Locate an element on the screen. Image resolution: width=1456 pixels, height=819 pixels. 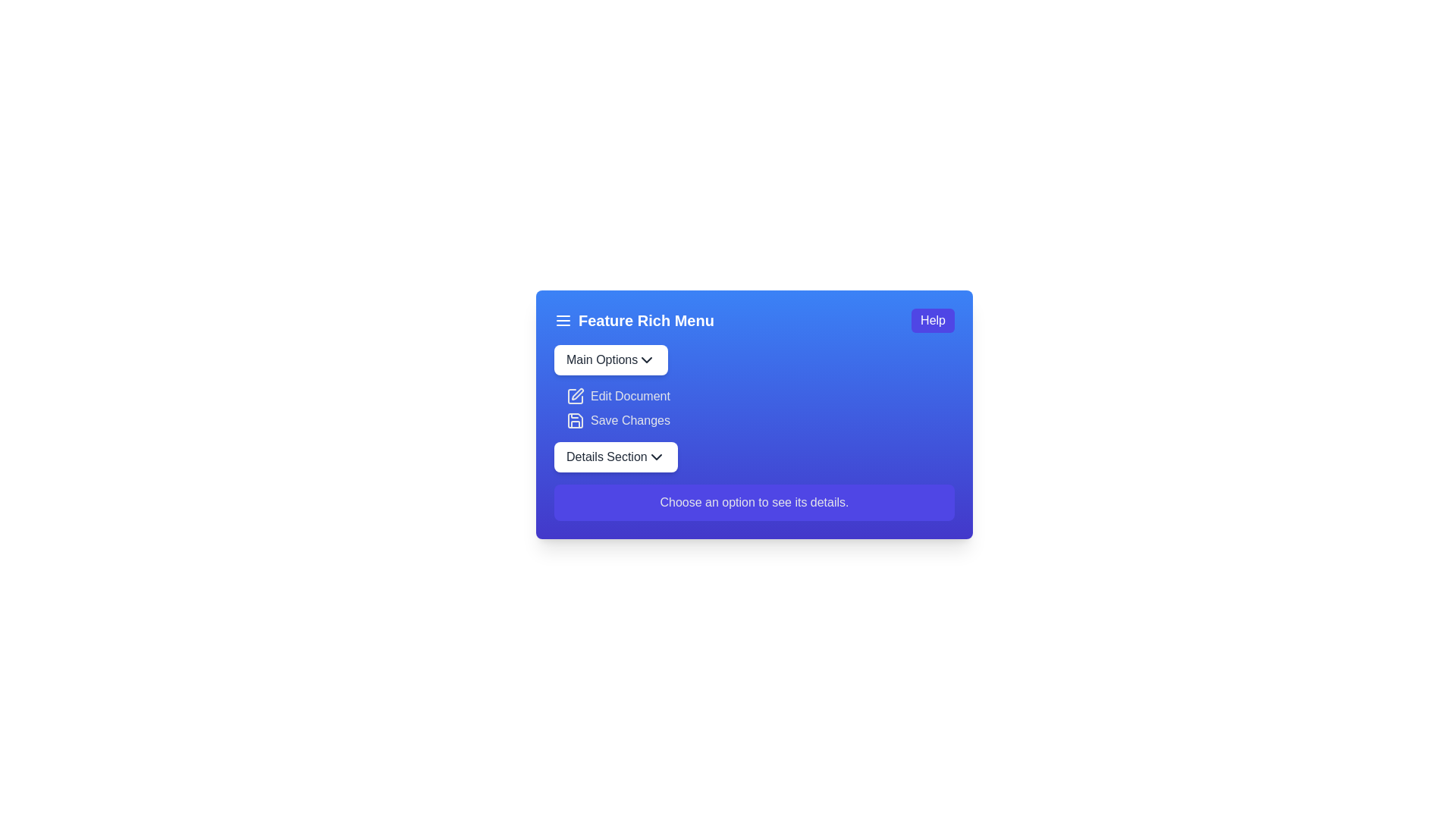
the 'Save Changes' icon located in the 'Feature Rich Menu' section, which is the second icon below the 'Edit Document' option is located at coordinates (574, 421).